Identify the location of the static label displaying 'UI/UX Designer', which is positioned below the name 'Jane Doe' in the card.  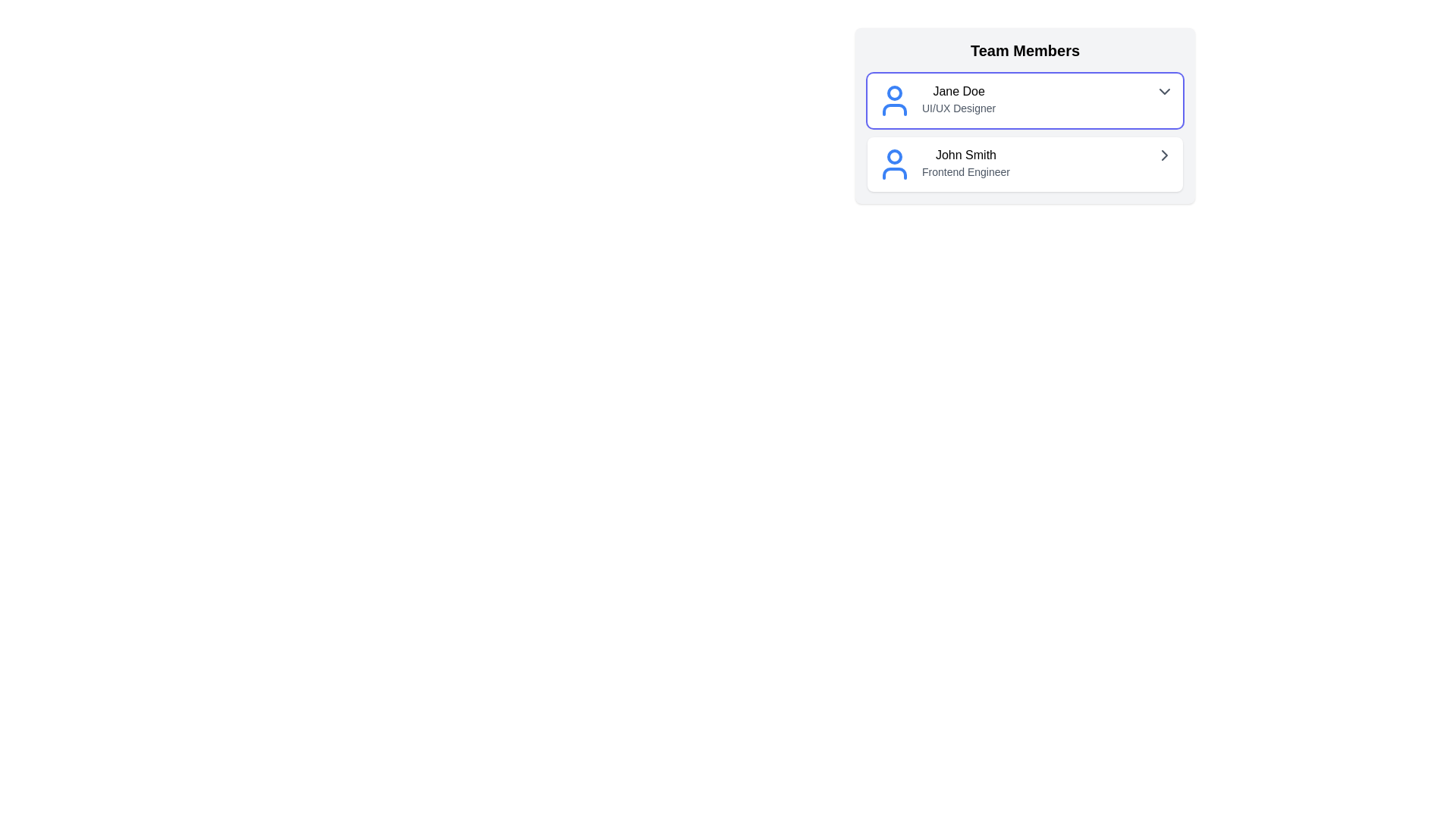
(958, 107).